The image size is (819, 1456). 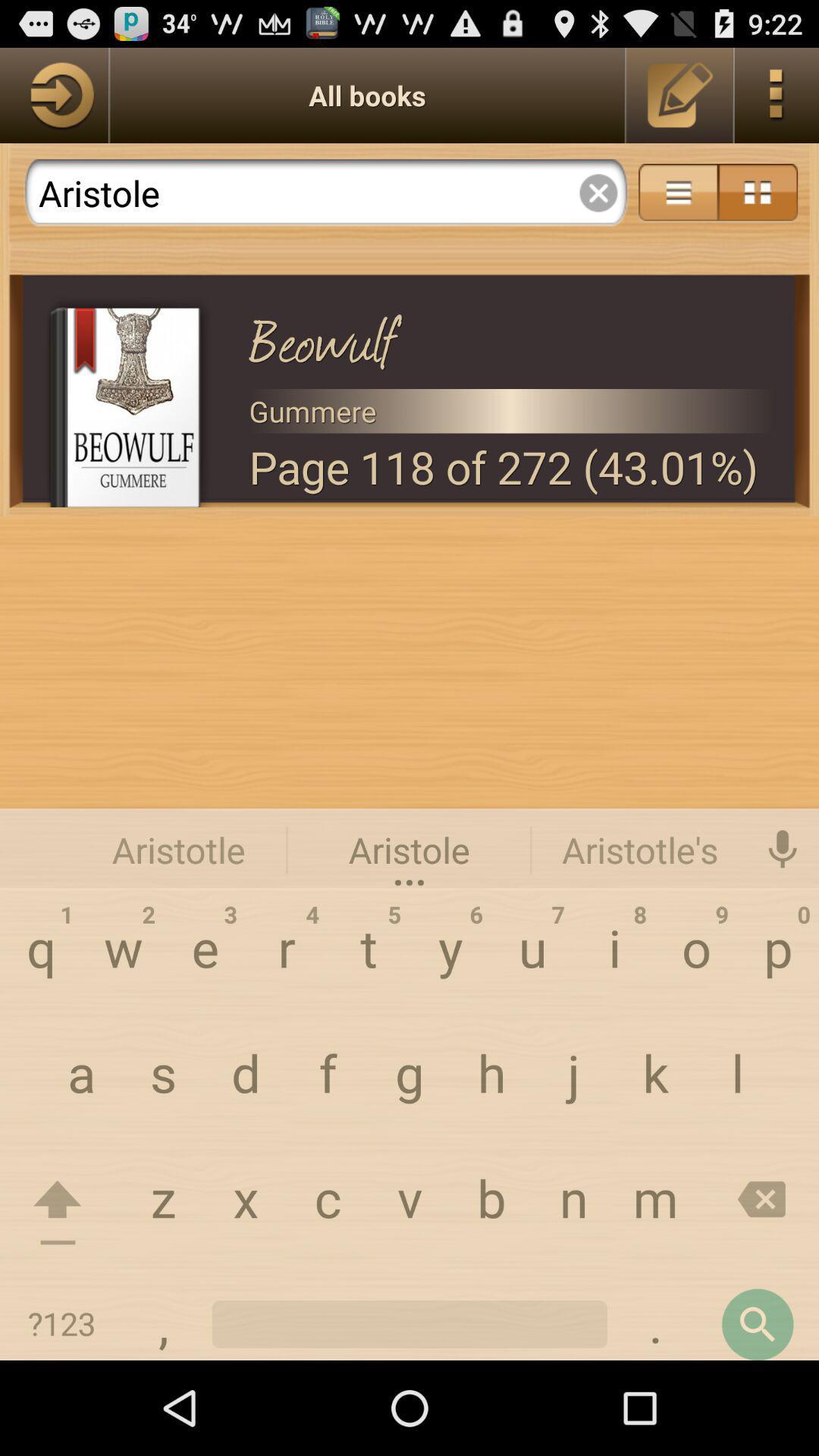 What do you see at coordinates (677, 192) in the screenshot?
I see `share the articles` at bounding box center [677, 192].